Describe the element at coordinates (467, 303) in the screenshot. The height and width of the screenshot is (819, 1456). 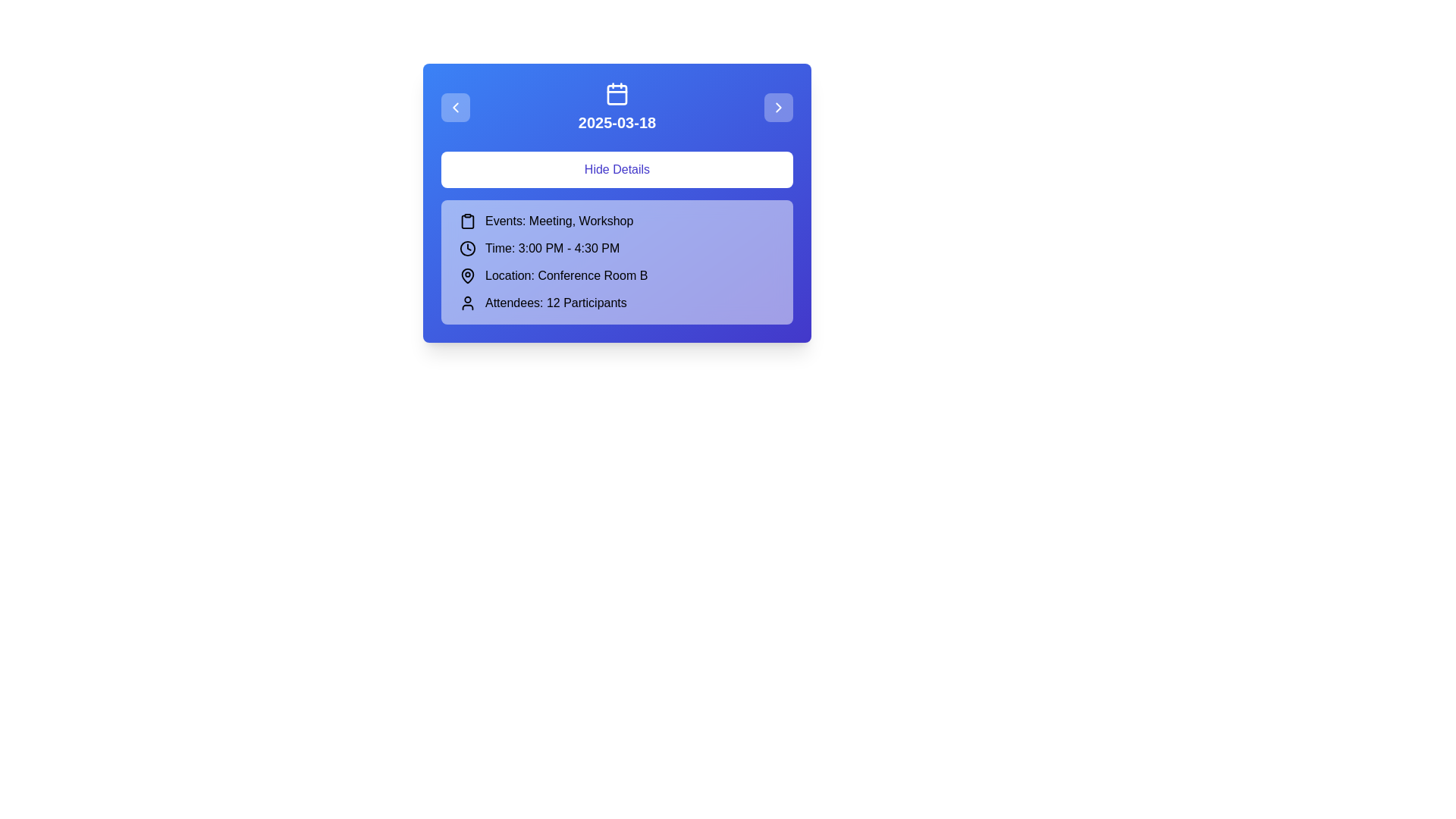
I see `the user silhouette icon located to the left of the text 'Attendees: 12 Participants'` at that location.